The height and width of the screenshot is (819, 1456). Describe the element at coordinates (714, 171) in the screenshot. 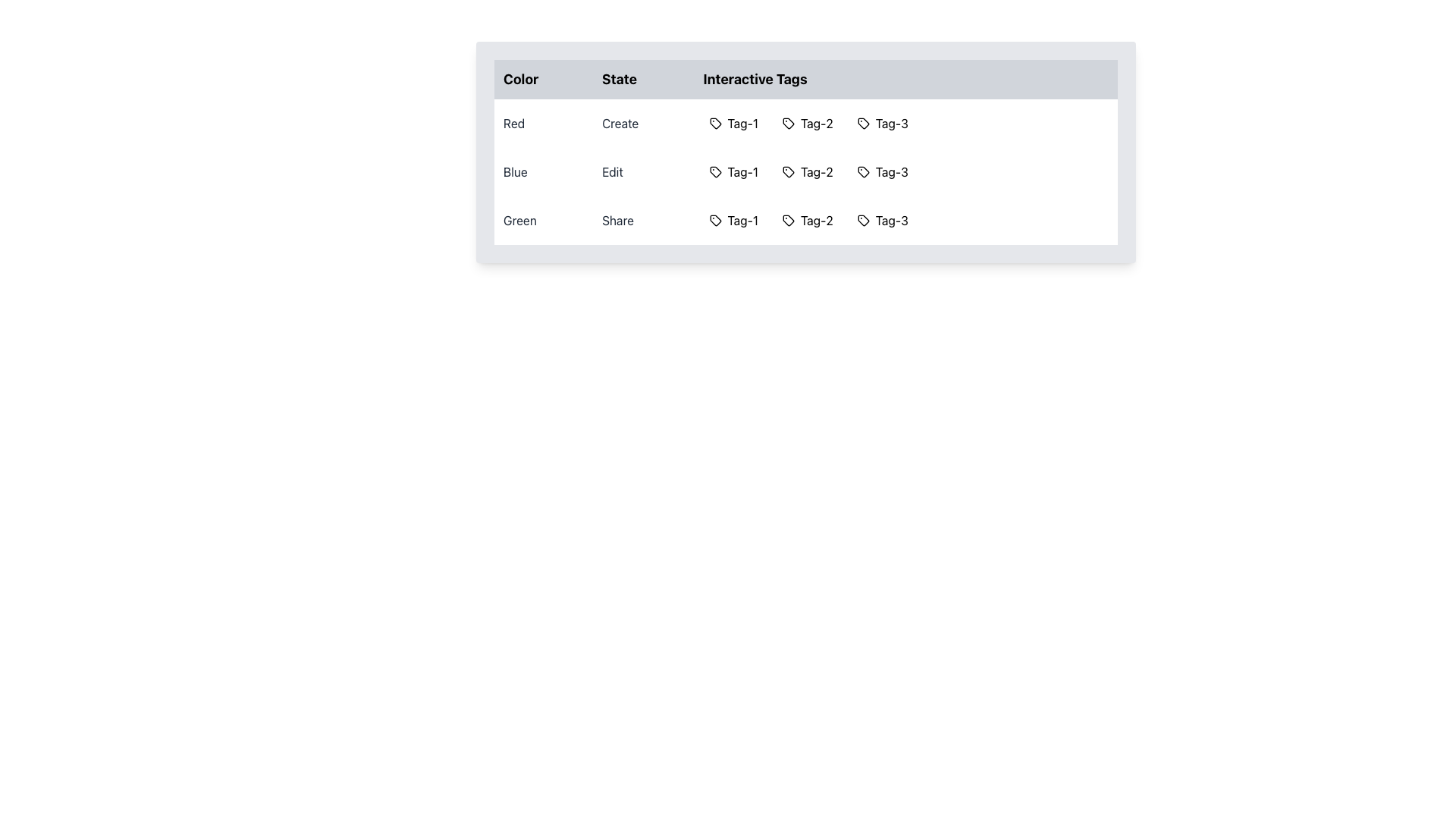

I see `the blue tag icon located in the 'Interactive Tags' section` at that location.